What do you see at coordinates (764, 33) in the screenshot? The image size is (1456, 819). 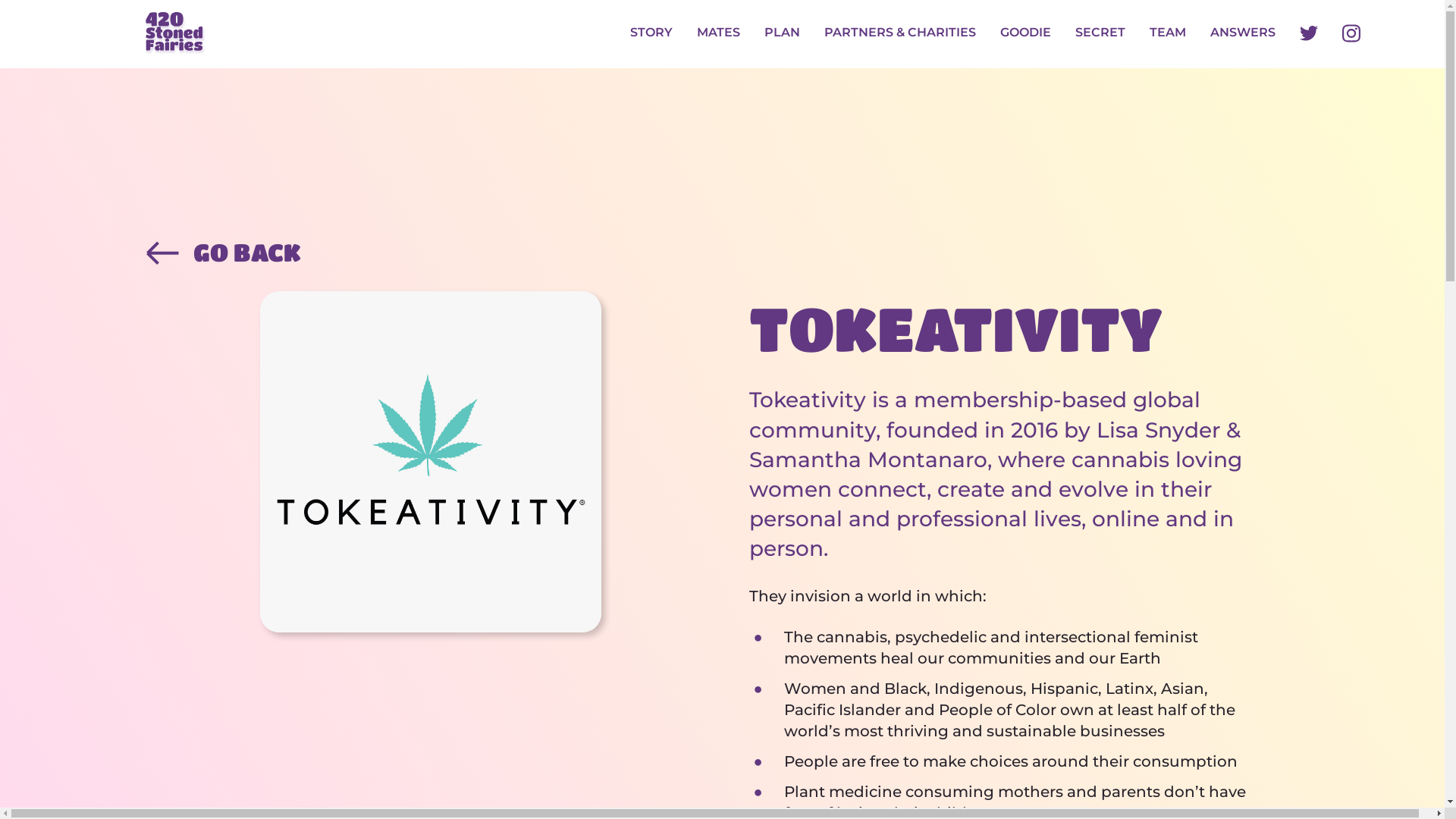 I see `'PLAN'` at bounding box center [764, 33].